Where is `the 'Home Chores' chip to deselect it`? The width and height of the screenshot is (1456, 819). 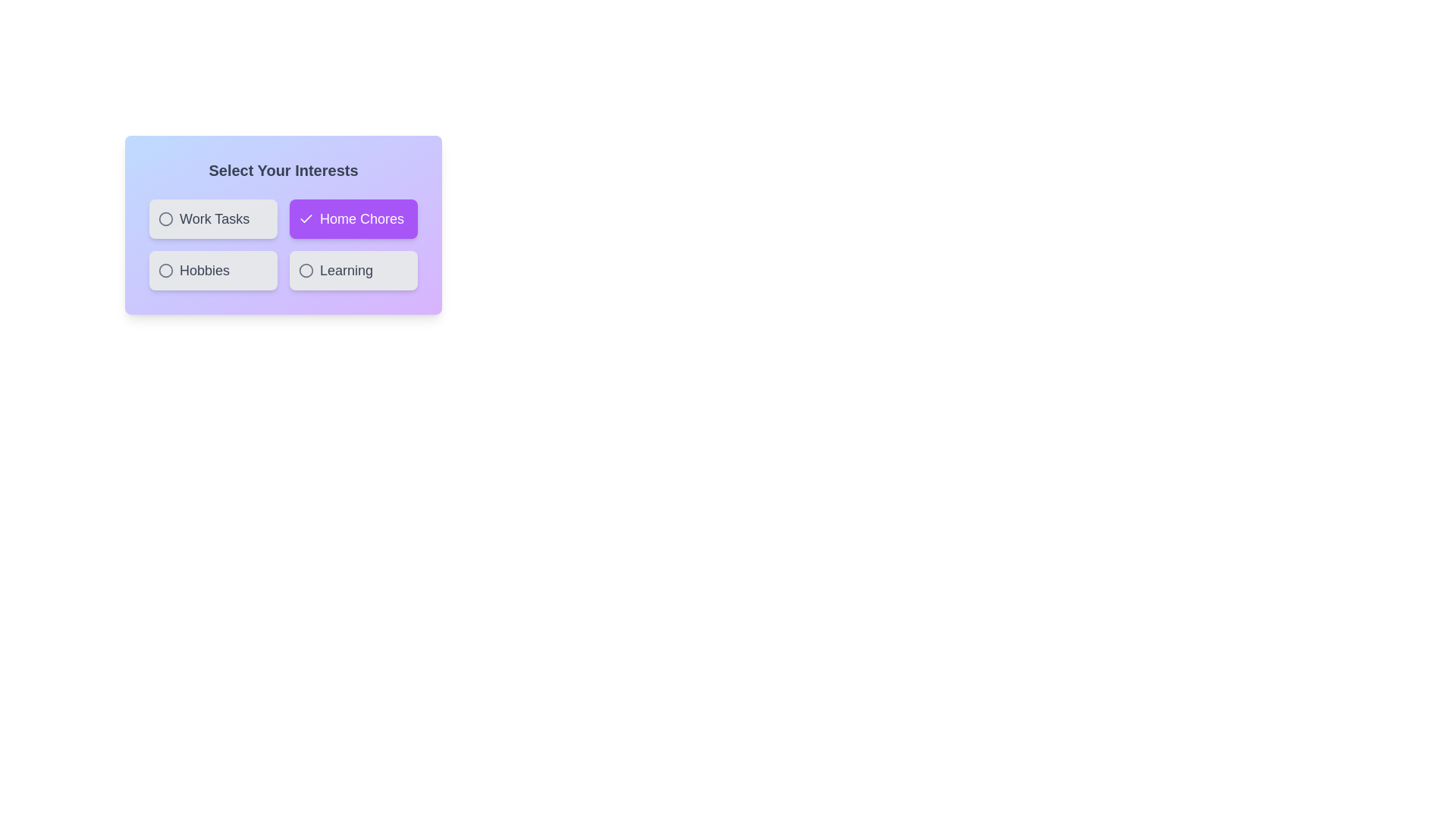 the 'Home Chores' chip to deselect it is located at coordinates (352, 219).